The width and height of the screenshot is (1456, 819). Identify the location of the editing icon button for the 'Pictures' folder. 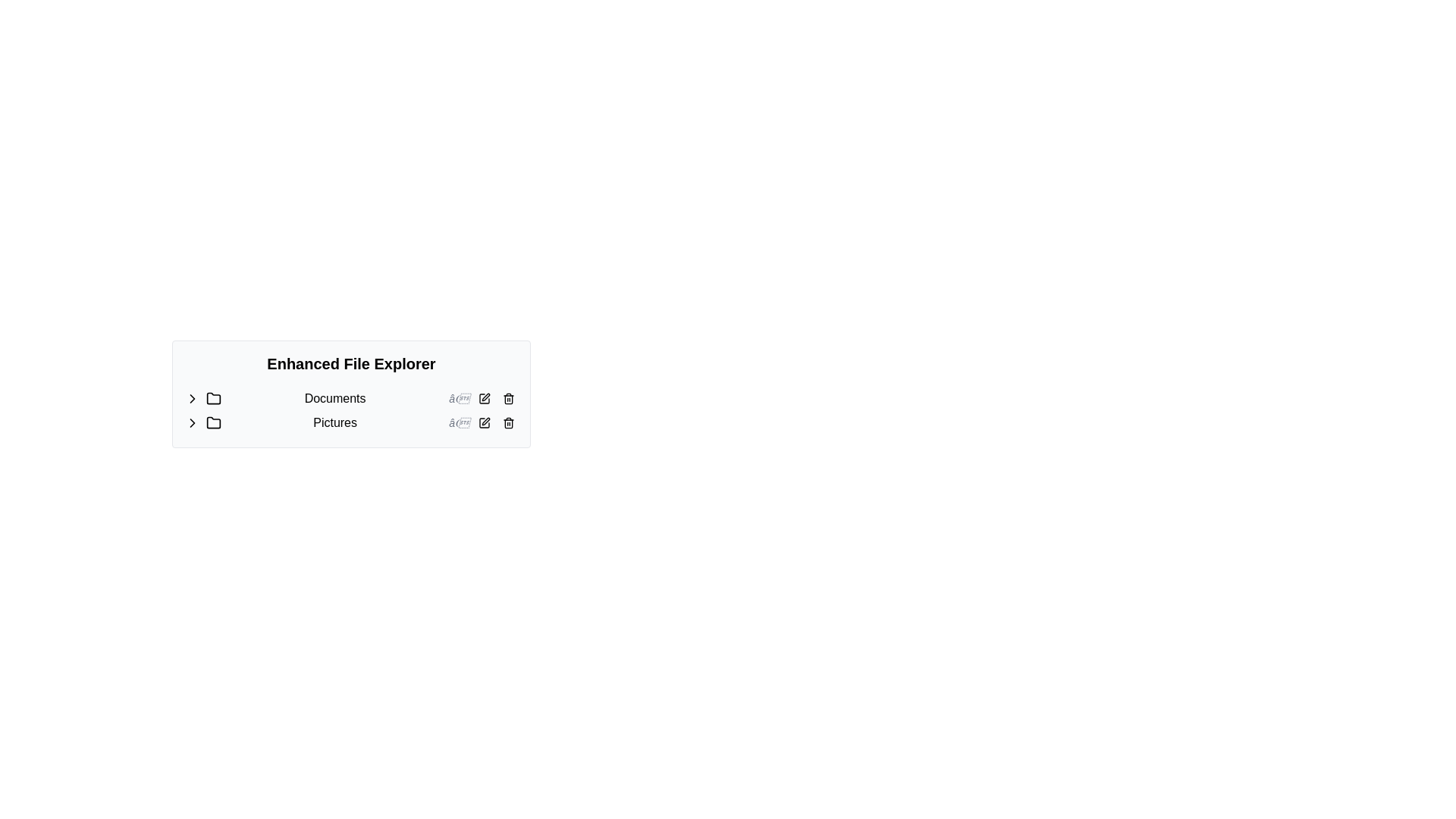
(483, 423).